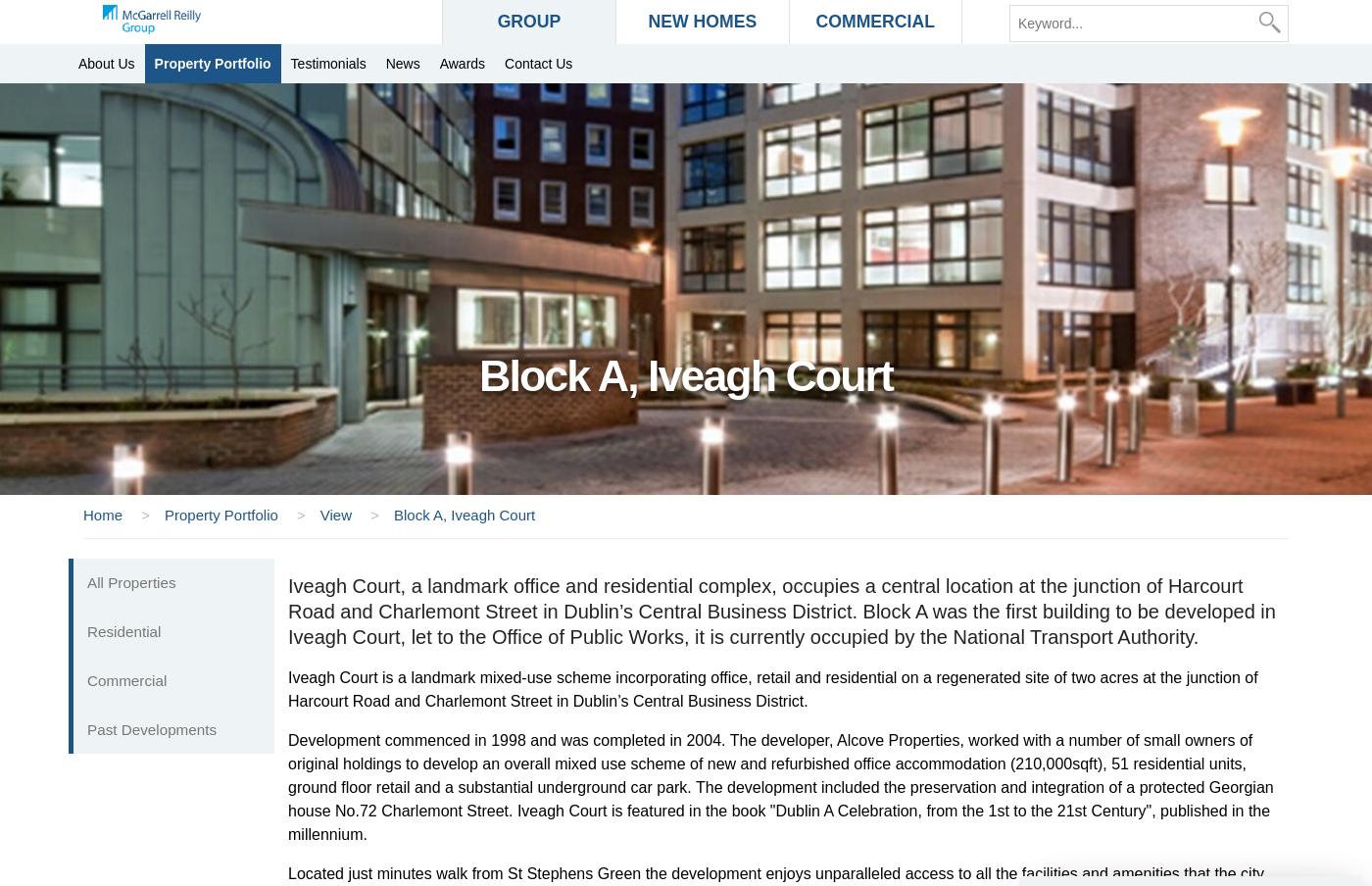  Describe the element at coordinates (104, 515) in the screenshot. I see `'Home'` at that location.